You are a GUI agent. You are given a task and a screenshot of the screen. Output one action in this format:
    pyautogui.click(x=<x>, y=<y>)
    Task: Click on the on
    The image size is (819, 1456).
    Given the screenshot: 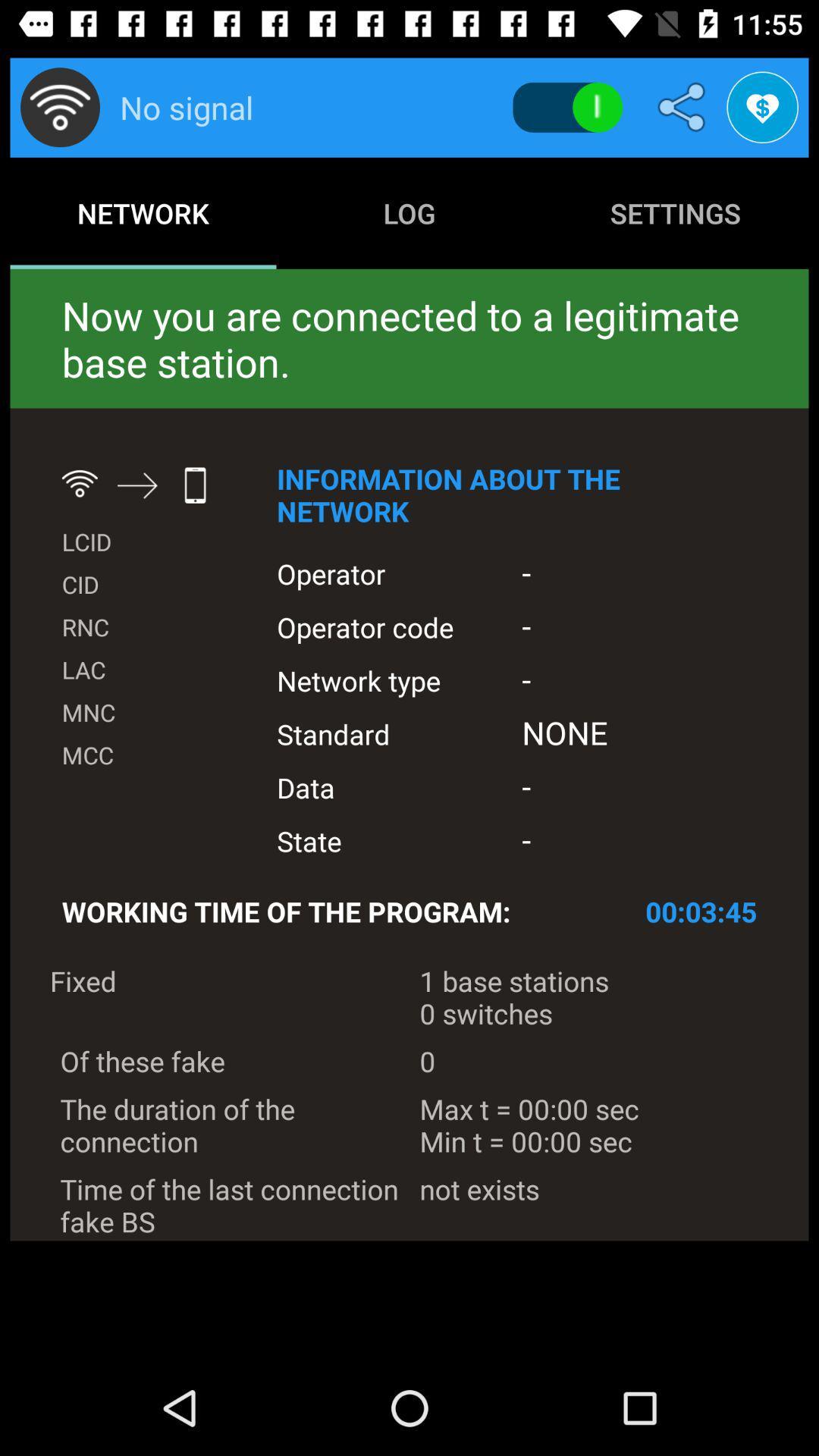 What is the action you would take?
    pyautogui.click(x=567, y=107)
    